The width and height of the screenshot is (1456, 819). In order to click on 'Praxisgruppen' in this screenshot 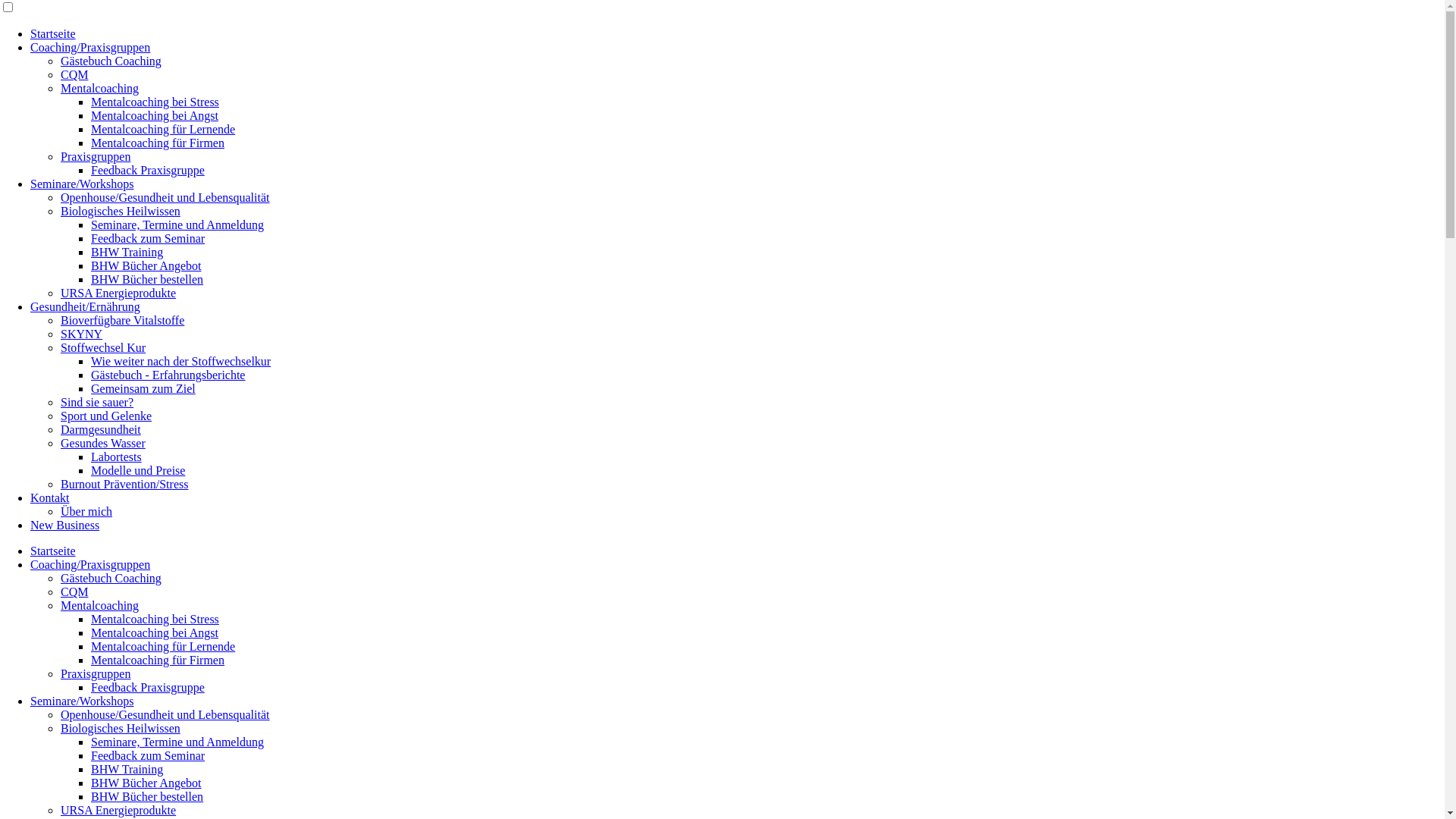, I will do `click(61, 156)`.